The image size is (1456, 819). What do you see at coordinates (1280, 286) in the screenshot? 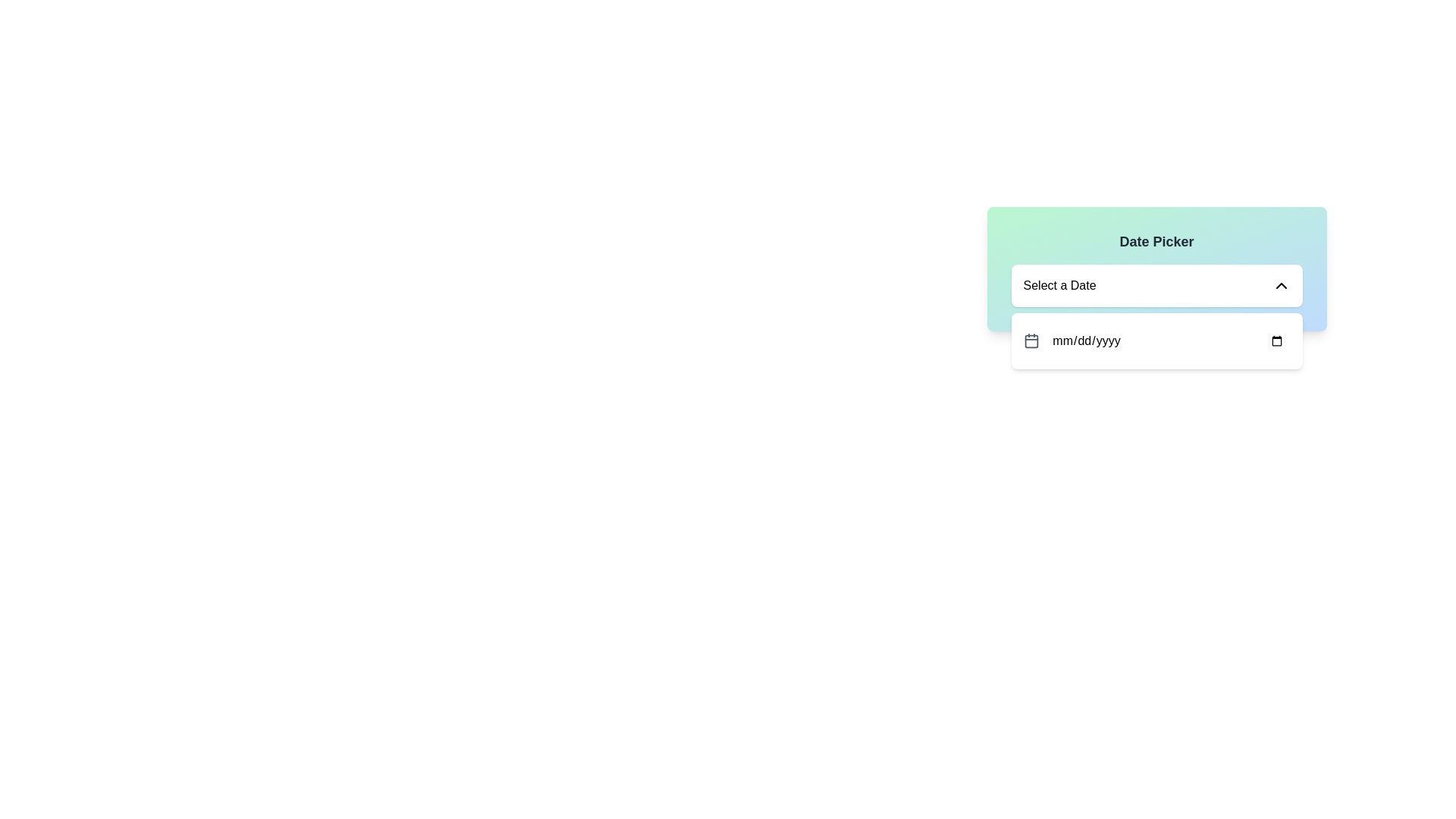
I see `the icon that toggles the dropdown menu in the date picker interface, located at the right end of the section labeled 'Select a Date'` at bounding box center [1280, 286].